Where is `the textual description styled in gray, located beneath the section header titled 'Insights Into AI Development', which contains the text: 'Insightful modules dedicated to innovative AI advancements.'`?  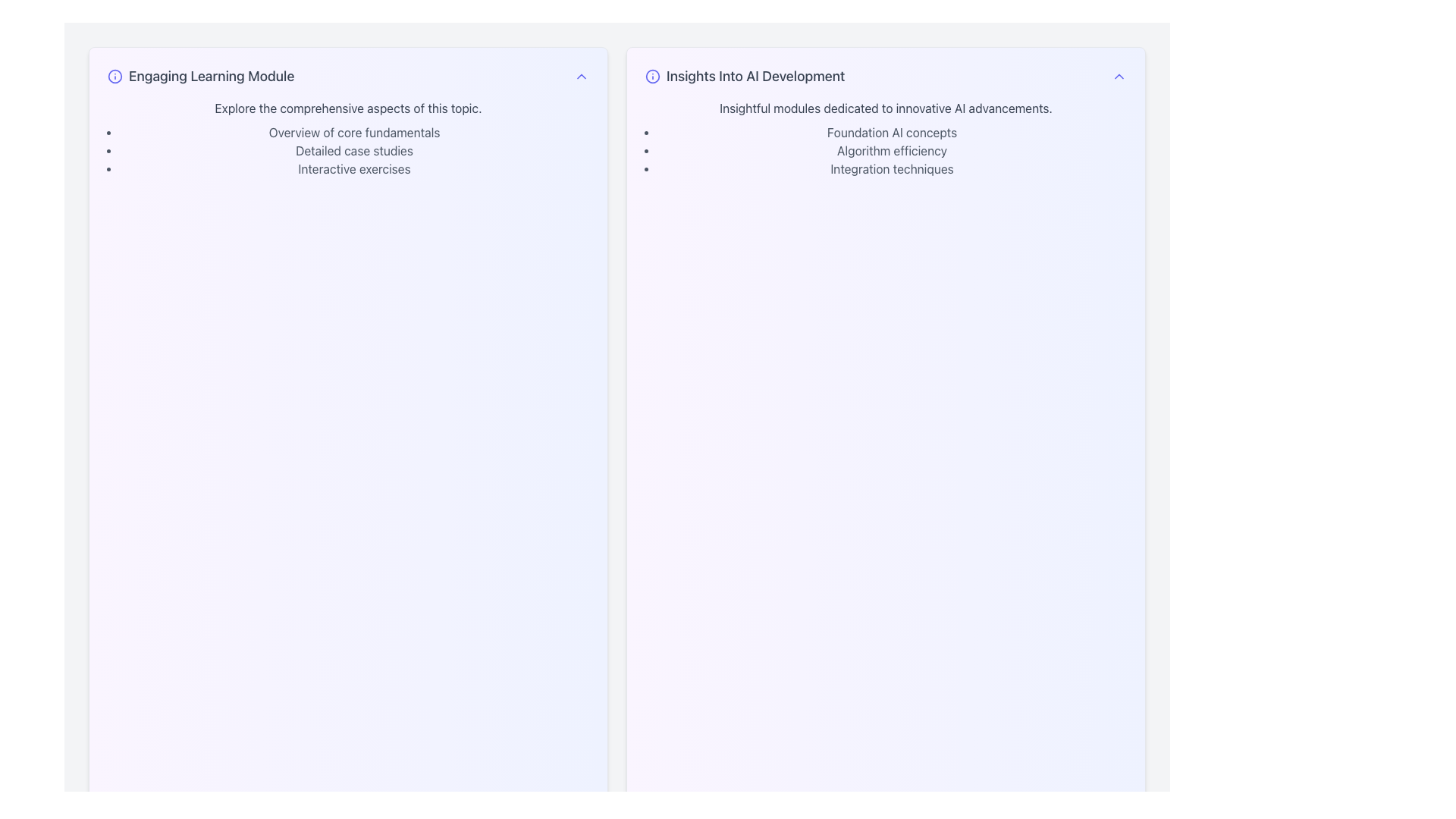 the textual description styled in gray, located beneath the section header titled 'Insights Into AI Development', which contains the text: 'Insightful modules dedicated to innovative AI advancements.' is located at coordinates (886, 107).